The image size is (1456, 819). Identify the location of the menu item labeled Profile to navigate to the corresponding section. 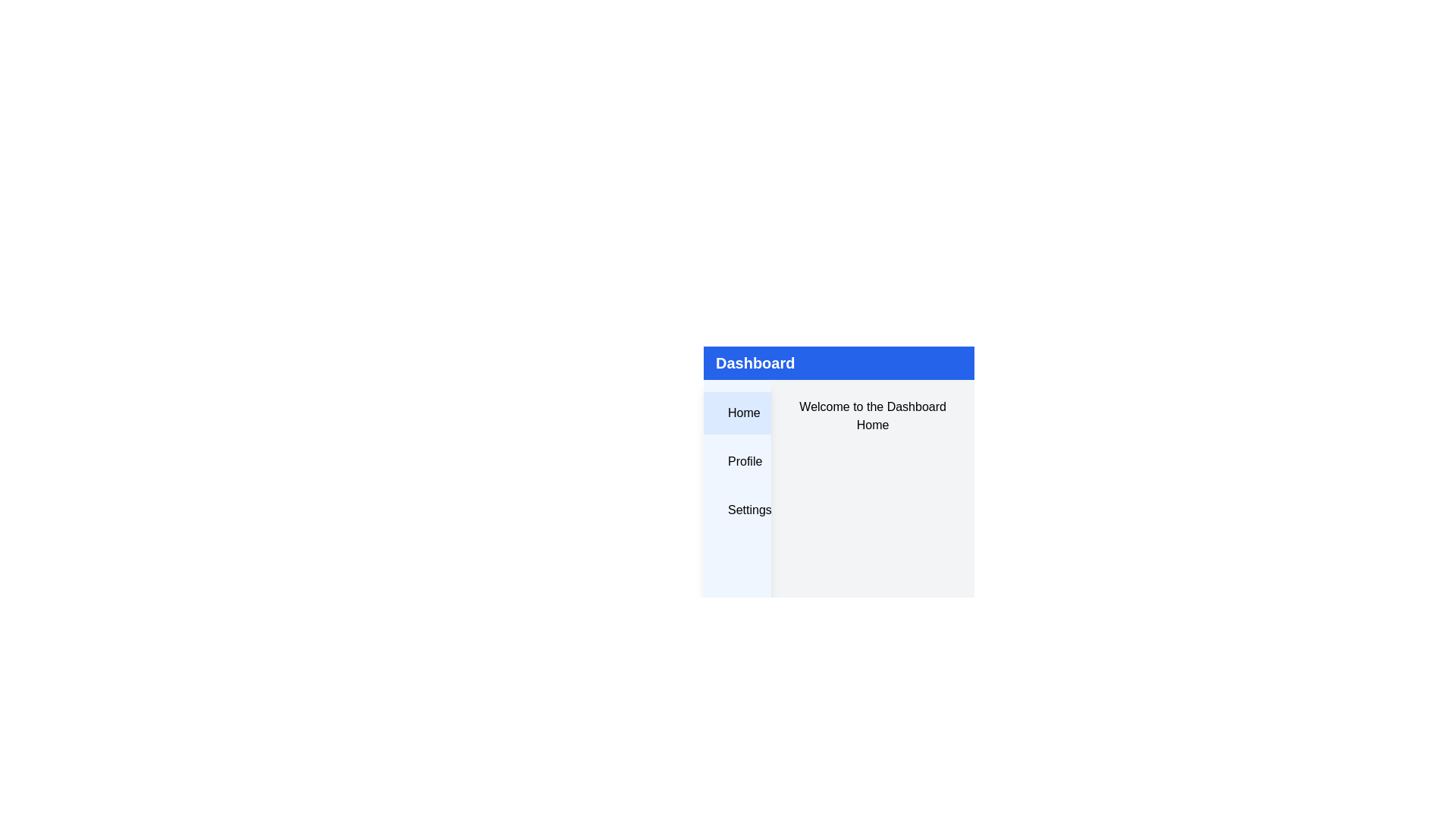
(737, 461).